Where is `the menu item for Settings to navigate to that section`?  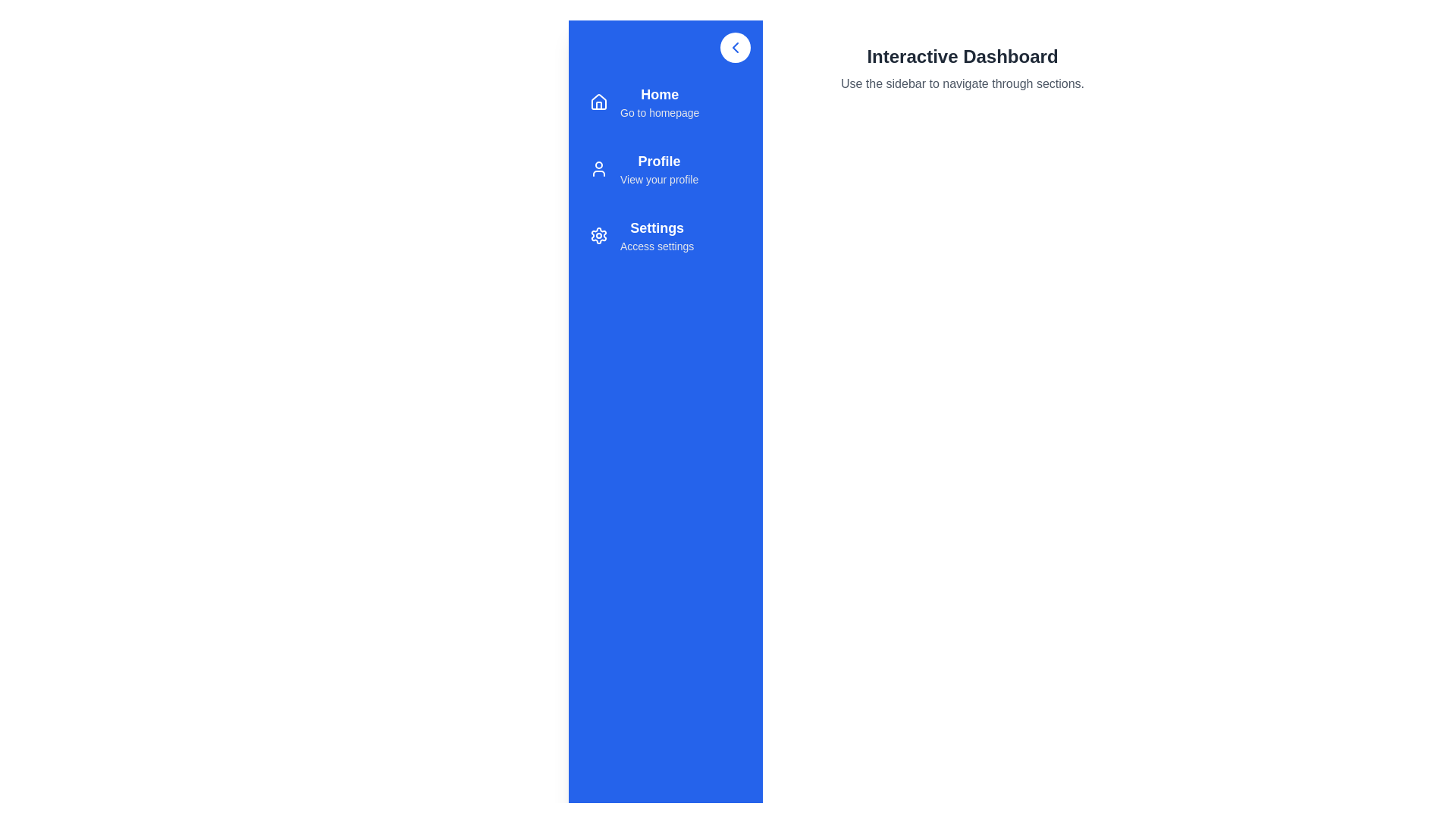
the menu item for Settings to navigate to that section is located at coordinates (666, 236).